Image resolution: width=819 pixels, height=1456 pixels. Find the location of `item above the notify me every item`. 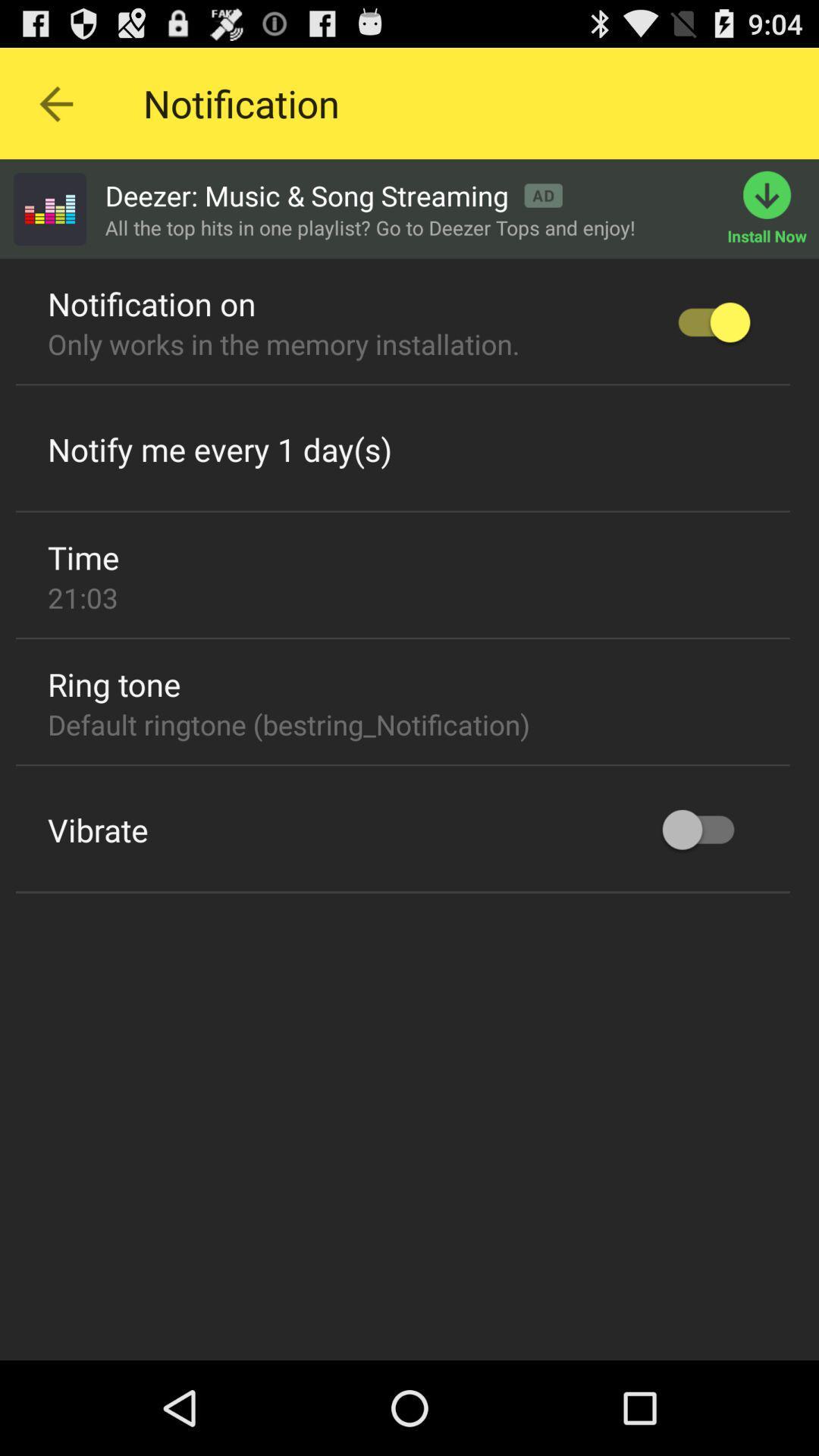

item above the notify me every item is located at coordinates (402, 384).